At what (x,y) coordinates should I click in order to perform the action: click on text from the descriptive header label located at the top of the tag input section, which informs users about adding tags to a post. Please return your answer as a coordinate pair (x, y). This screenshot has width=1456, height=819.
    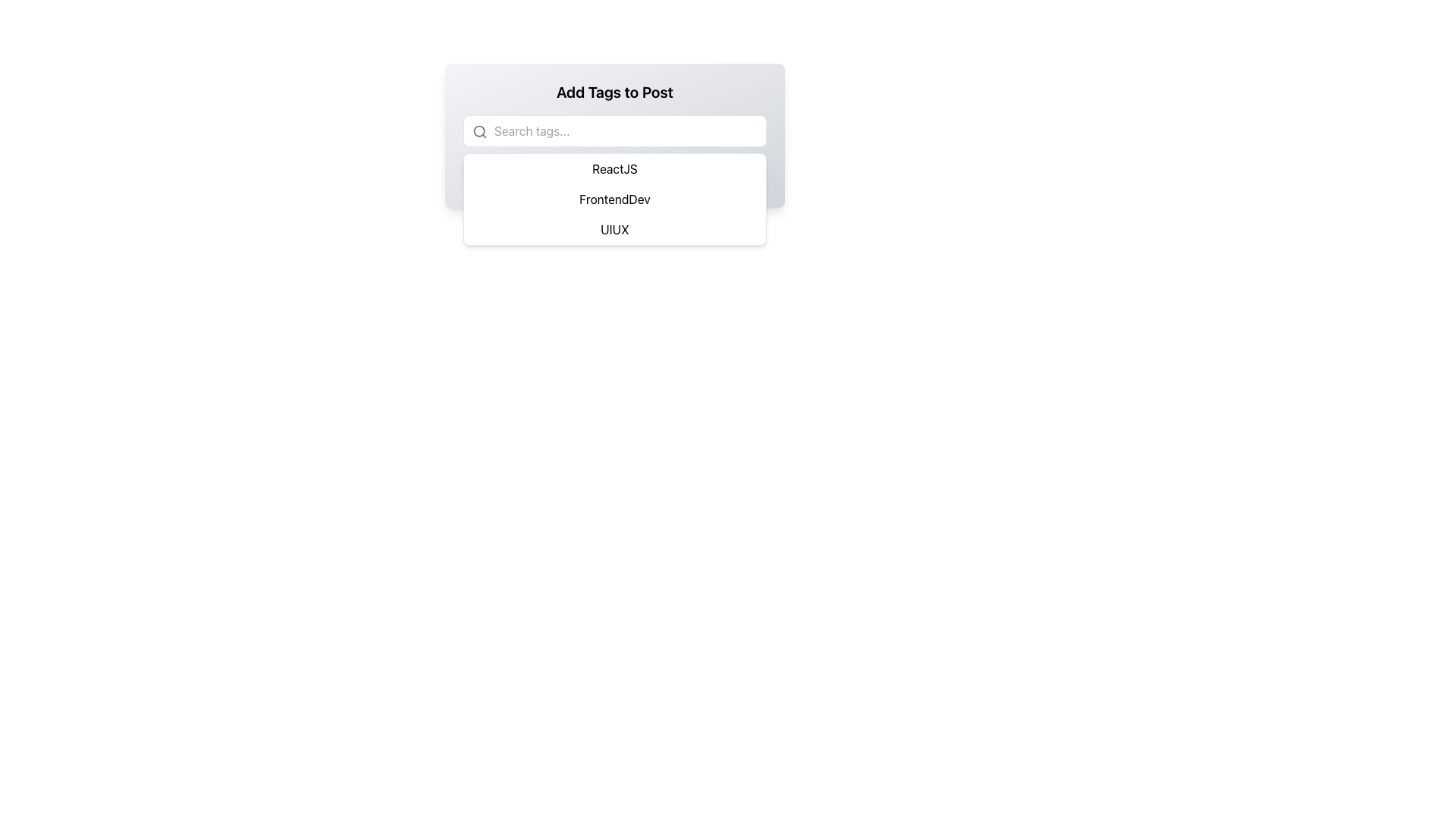
    Looking at the image, I should click on (615, 93).